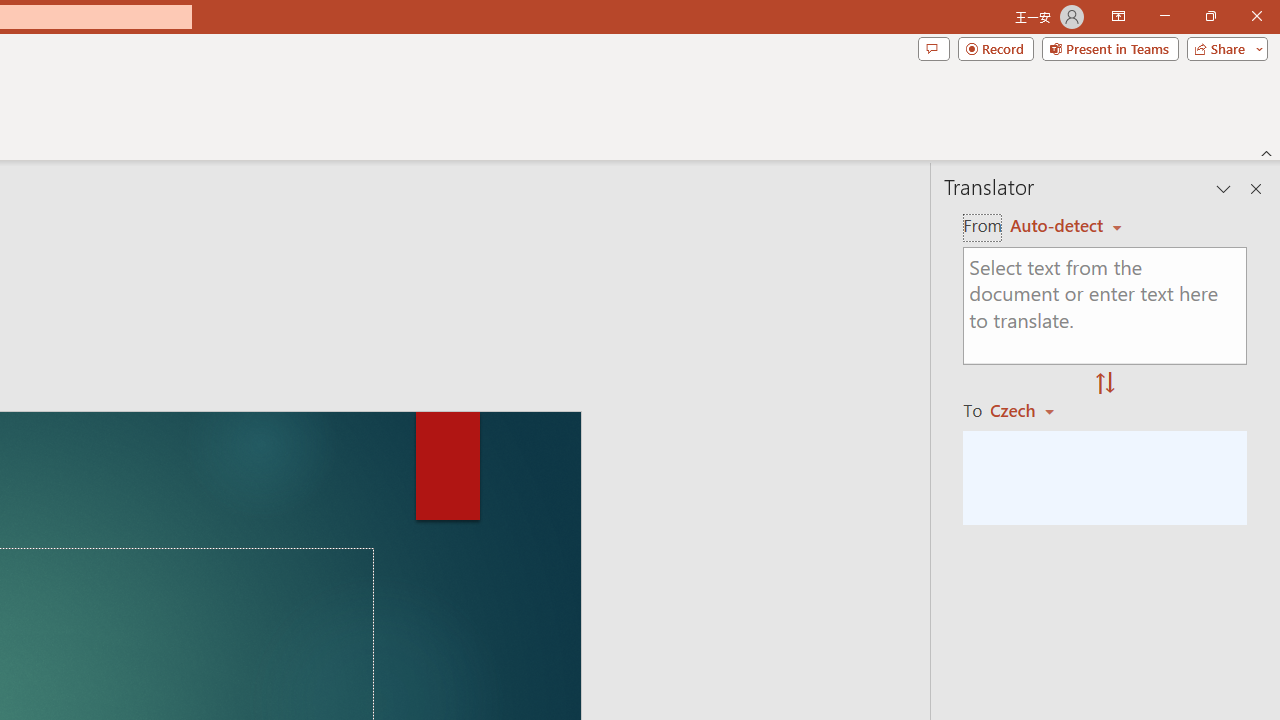 Image resolution: width=1280 pixels, height=720 pixels. What do you see at coordinates (1065, 225) in the screenshot?
I see `'Auto-detect'` at bounding box center [1065, 225].